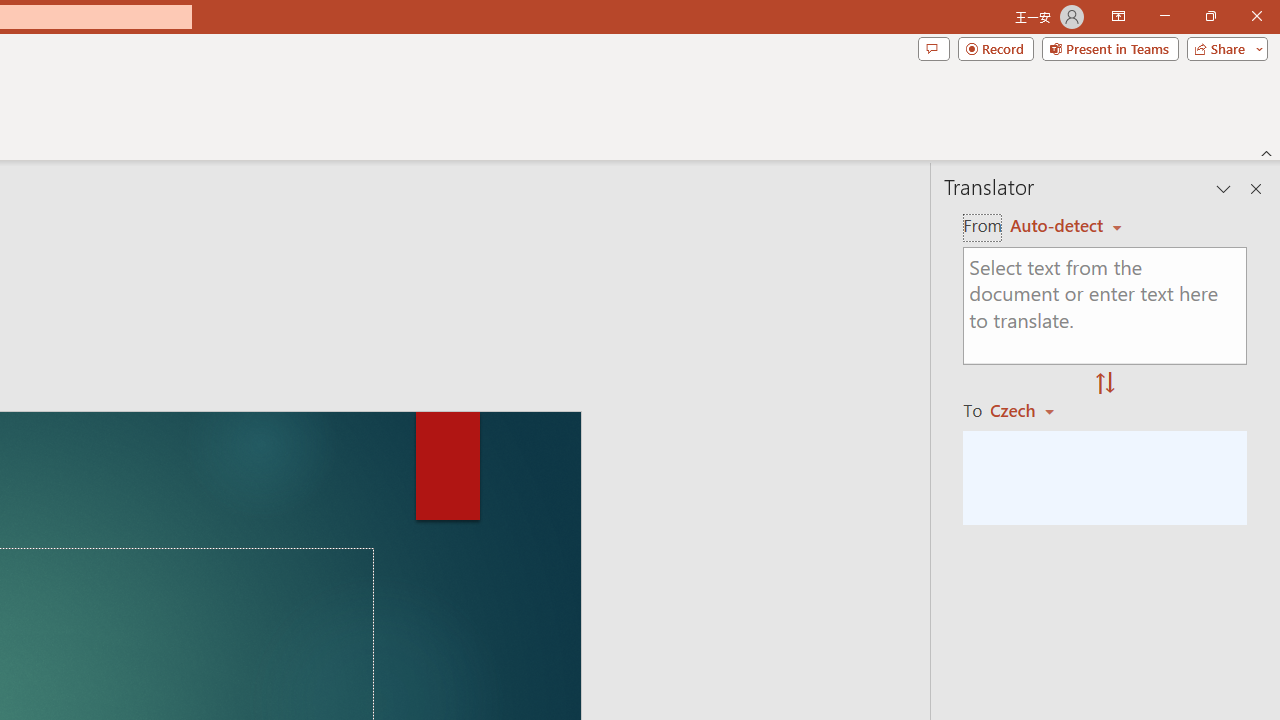 Image resolution: width=1280 pixels, height=720 pixels. What do you see at coordinates (1065, 225) in the screenshot?
I see `'Auto-detect'` at bounding box center [1065, 225].